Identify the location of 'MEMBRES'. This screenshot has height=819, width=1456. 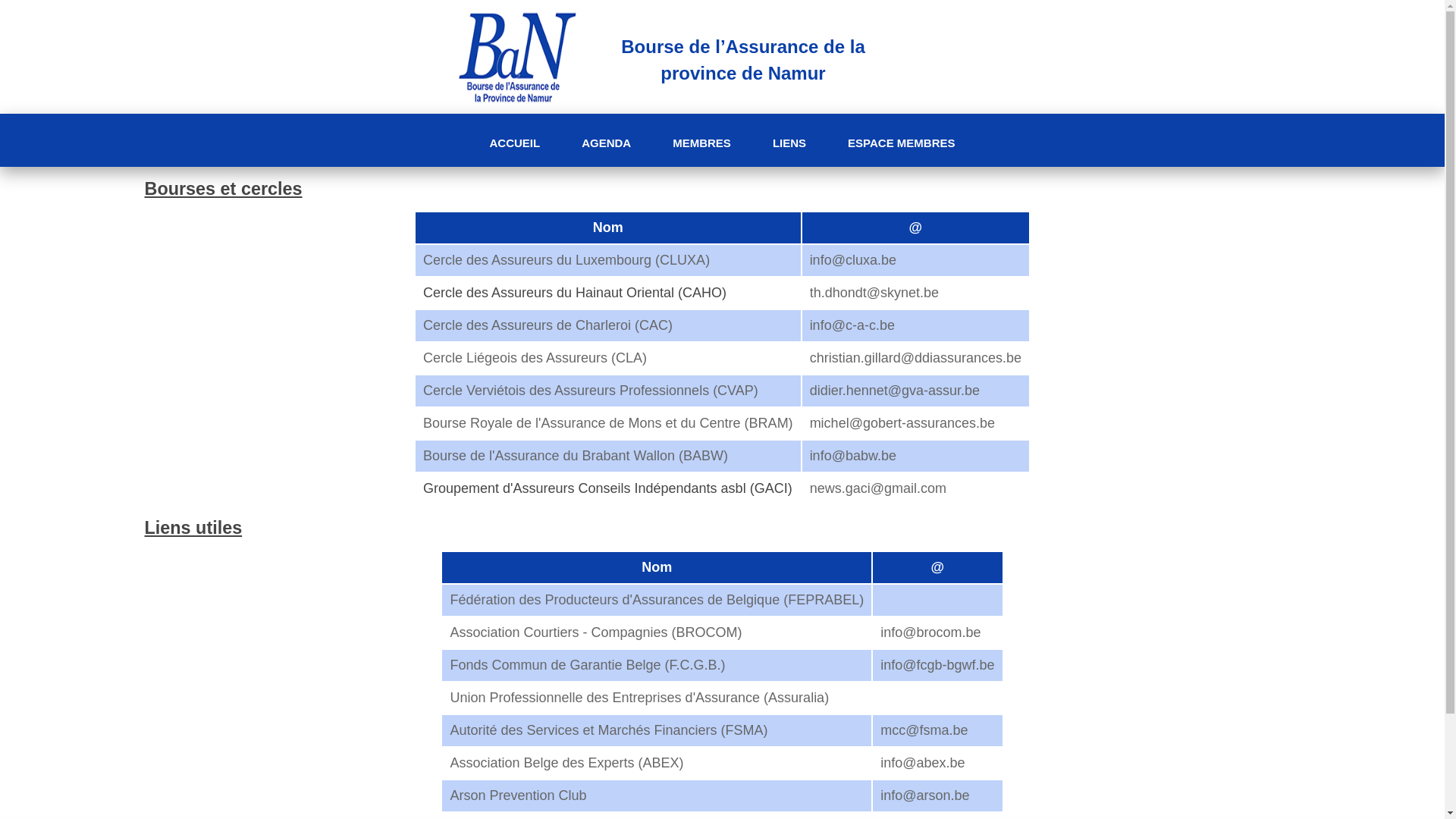
(701, 143).